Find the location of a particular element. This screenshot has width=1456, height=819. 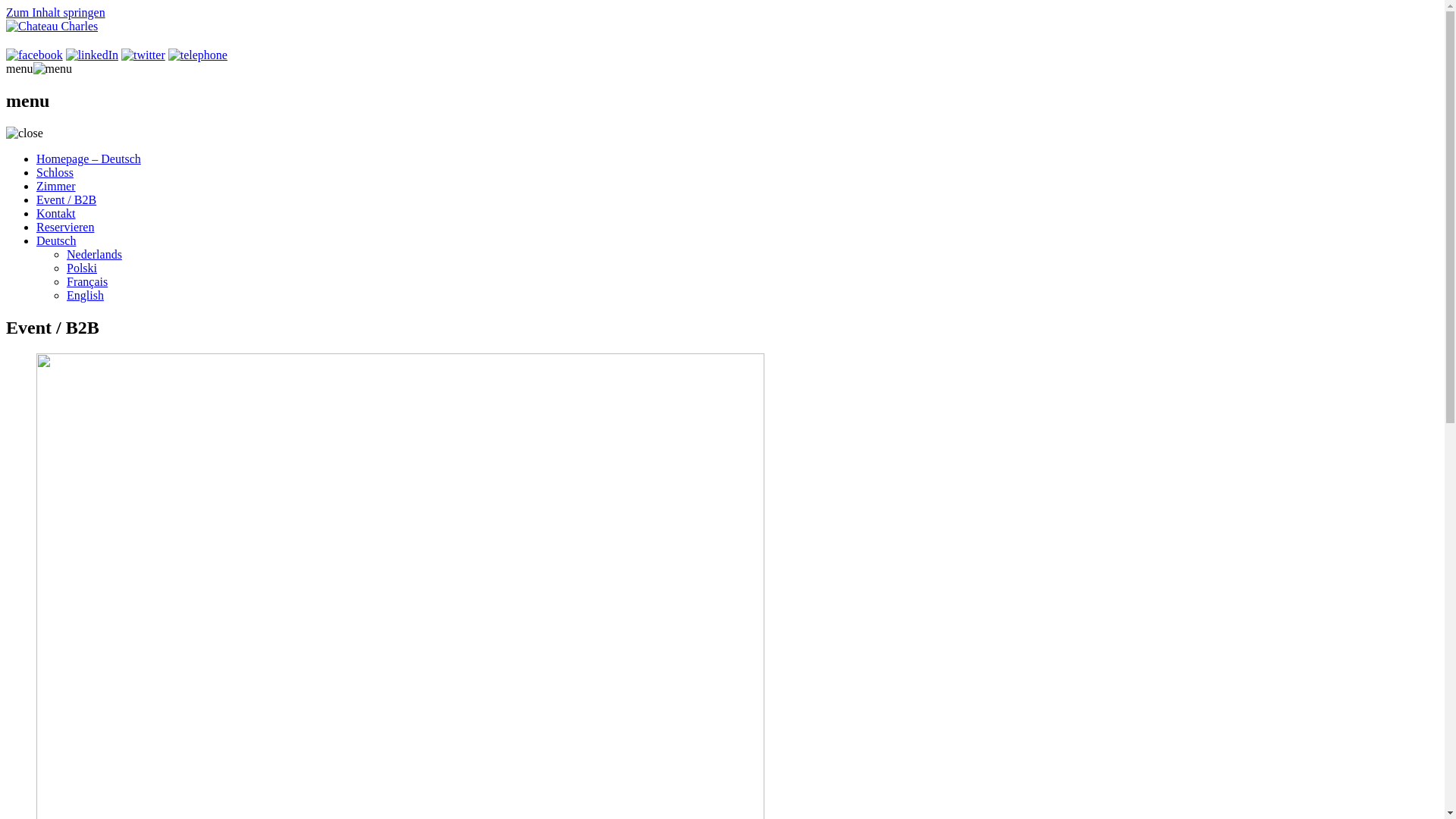

'Schloss' is located at coordinates (55, 171).